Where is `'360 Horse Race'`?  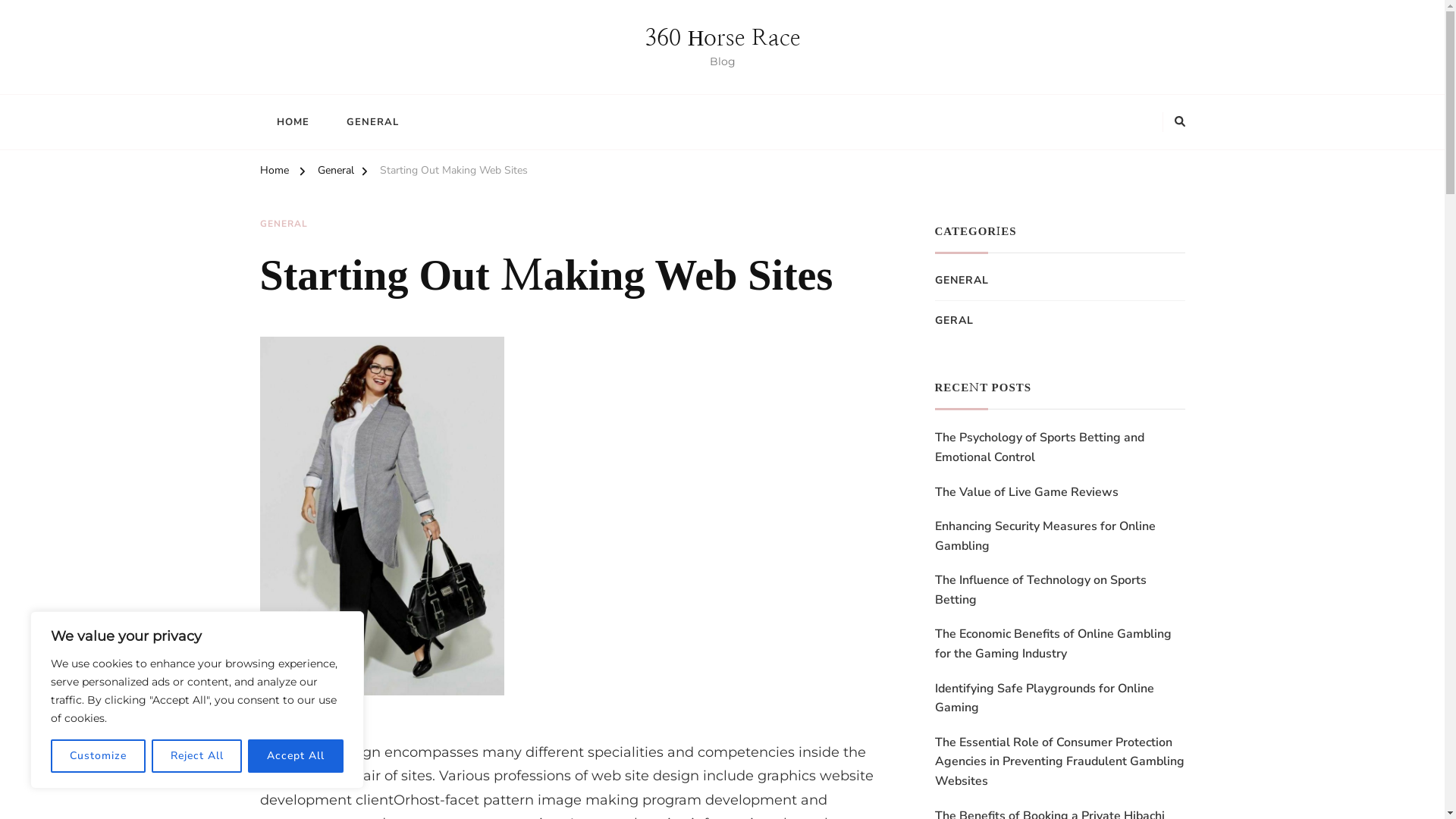
'360 Horse Race' is located at coordinates (644, 36).